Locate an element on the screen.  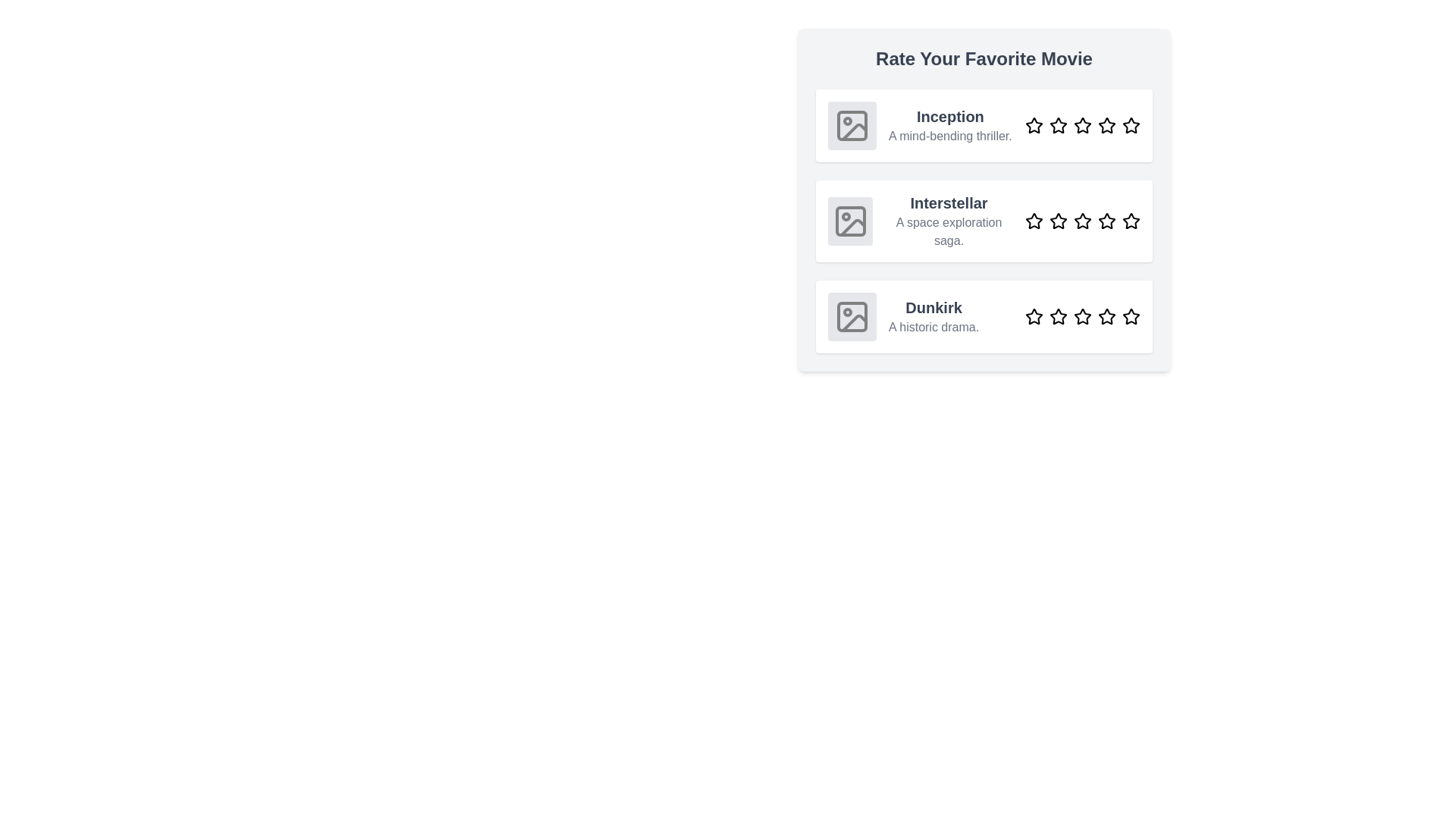
the fifth star icon in the star rating system for the movie 'Dunkirk' is located at coordinates (1131, 315).